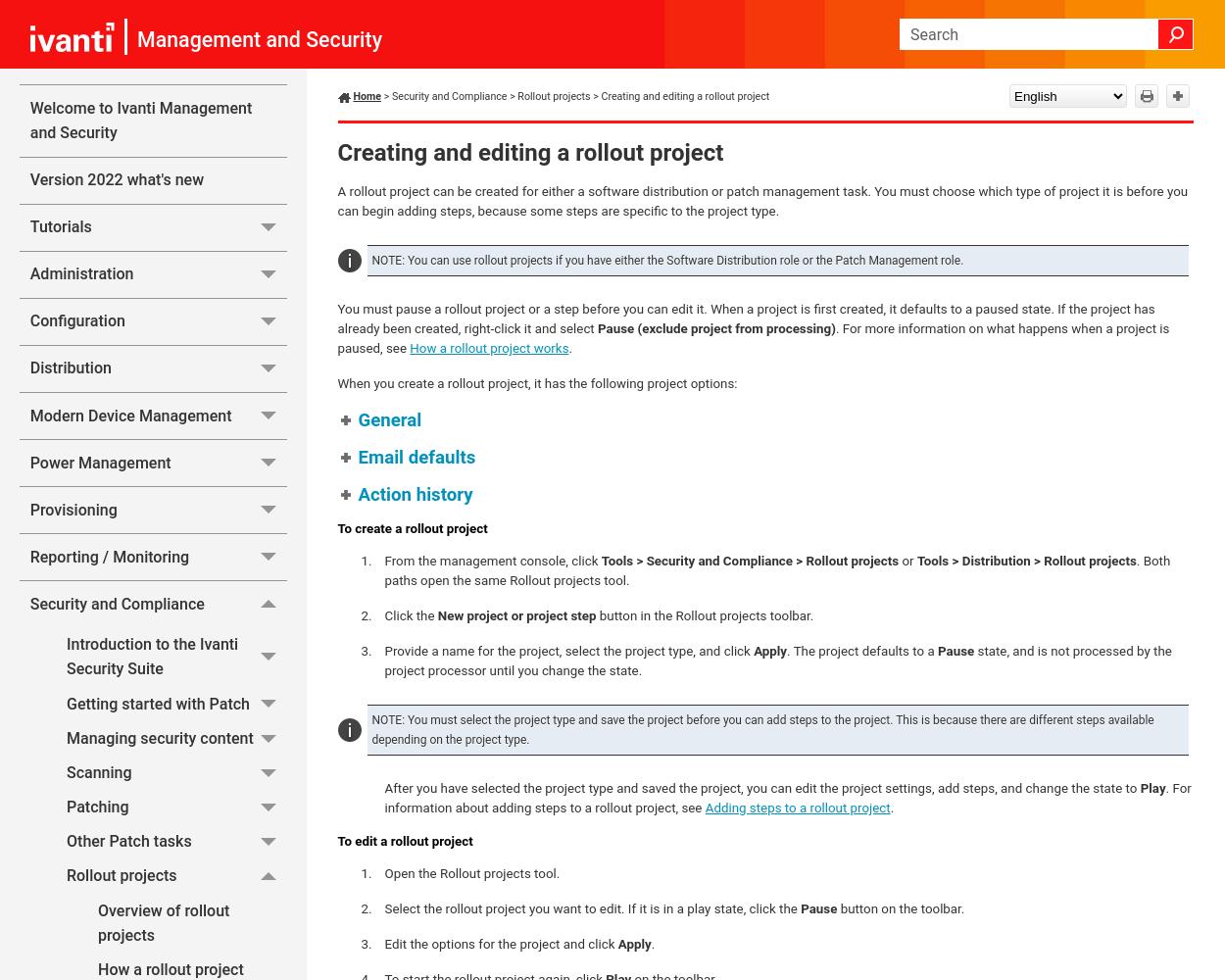  I want to click on 'Welcome to Ivanti Management and Security', so click(140, 119).